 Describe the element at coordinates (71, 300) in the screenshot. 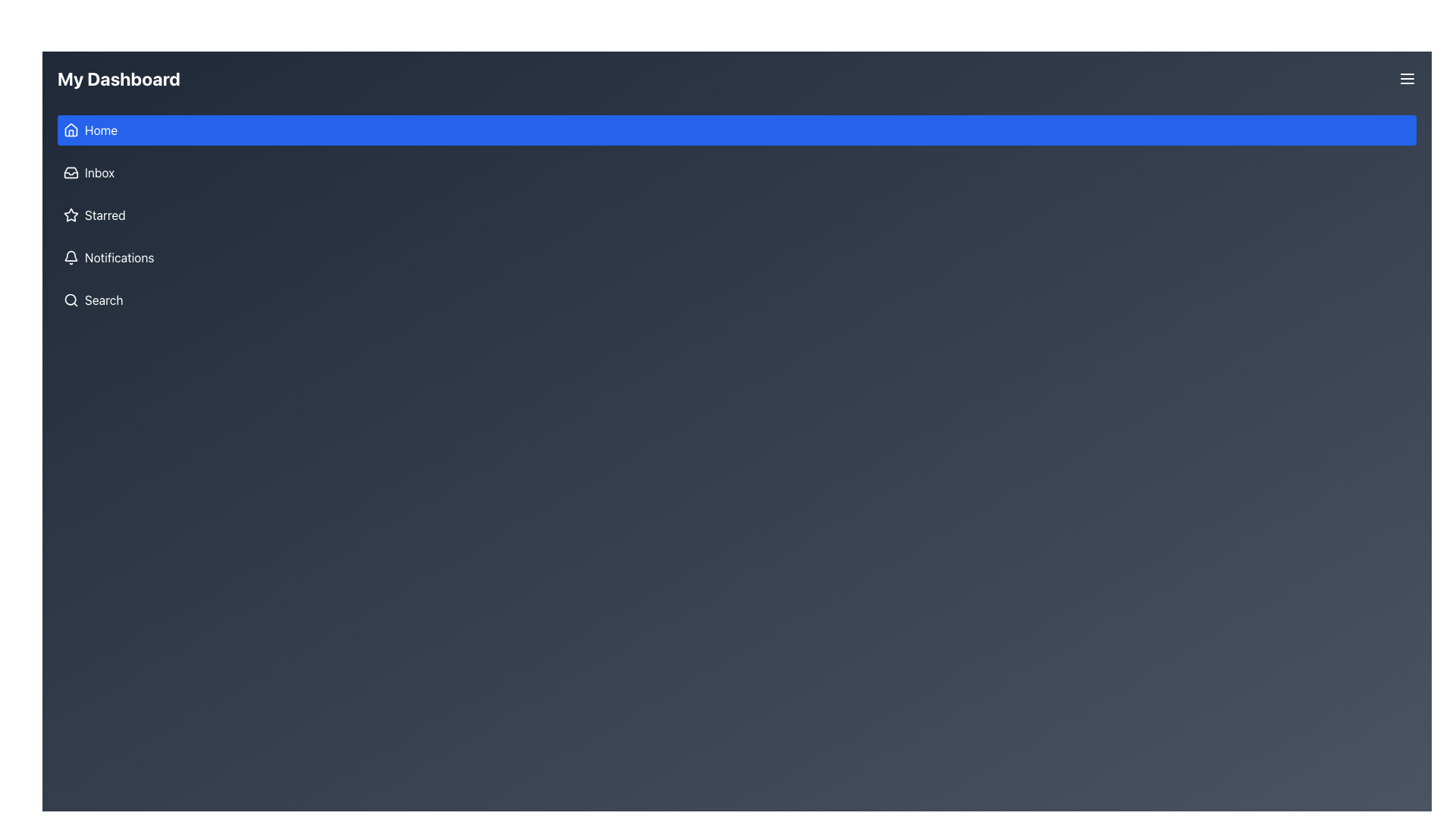

I see `the magnifying glass icon representing the search function, located in the vertical navigation menu next to the 'Search' text` at that location.